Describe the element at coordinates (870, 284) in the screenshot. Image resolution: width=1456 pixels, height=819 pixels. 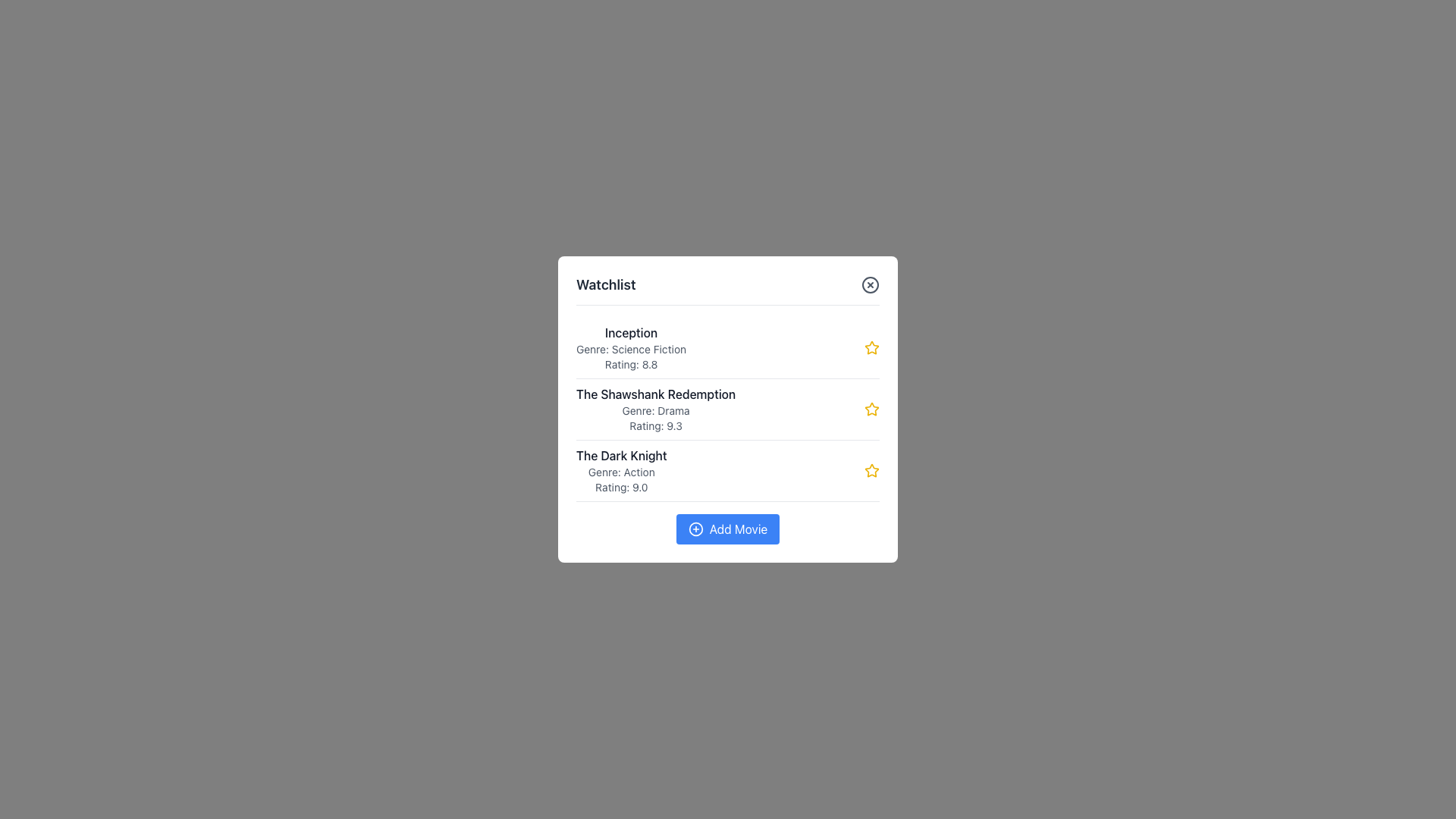
I see `the close button represented by a Circle within an SVG located in the top-right corner of the modal dialog containing a watchlist` at that location.